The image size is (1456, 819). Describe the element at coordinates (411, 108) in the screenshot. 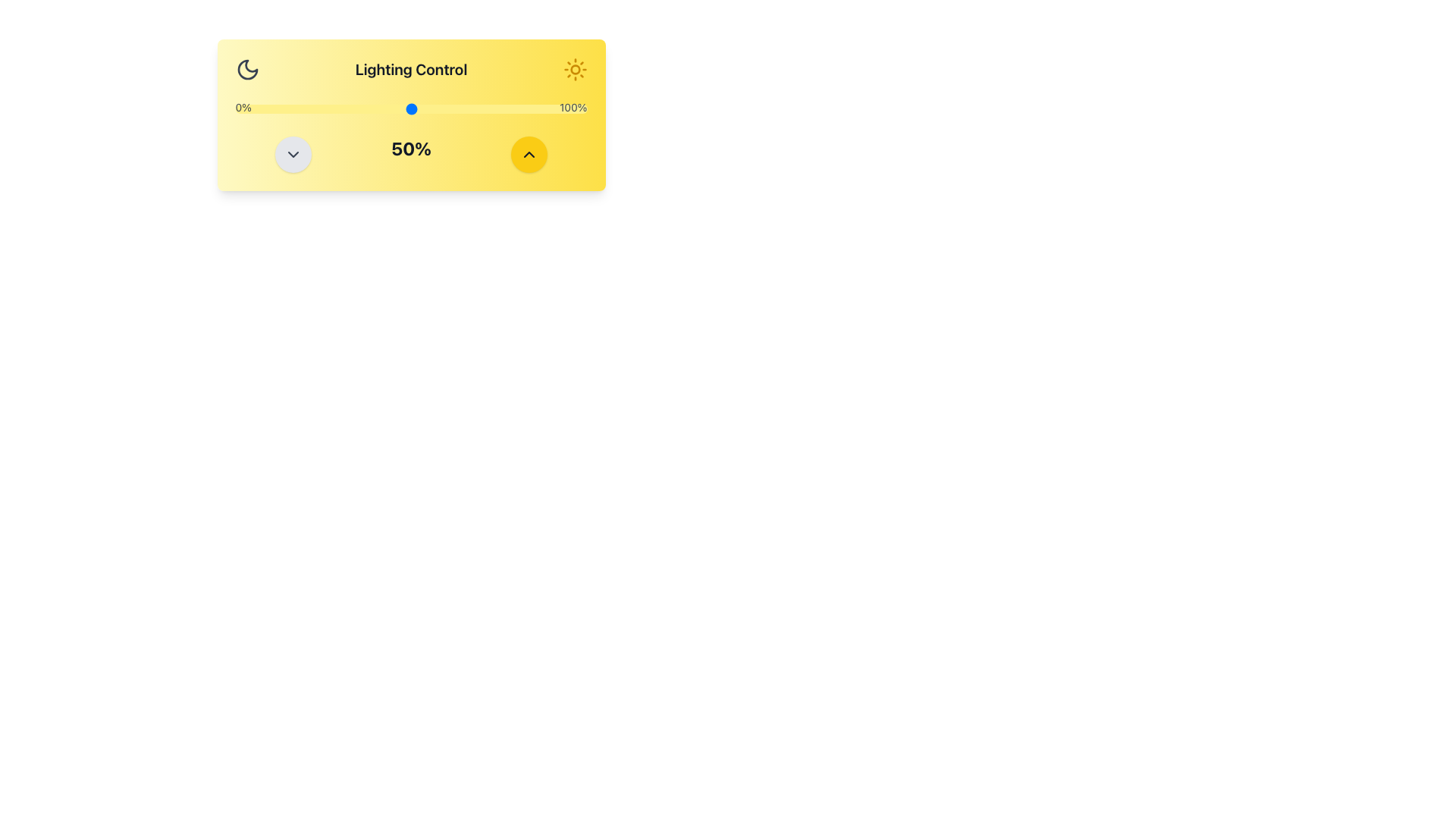

I see `the lighting intensity slider, which is centered above the percentage display ('50%') in the middle of the card, to observe tooltips or additional information` at that location.